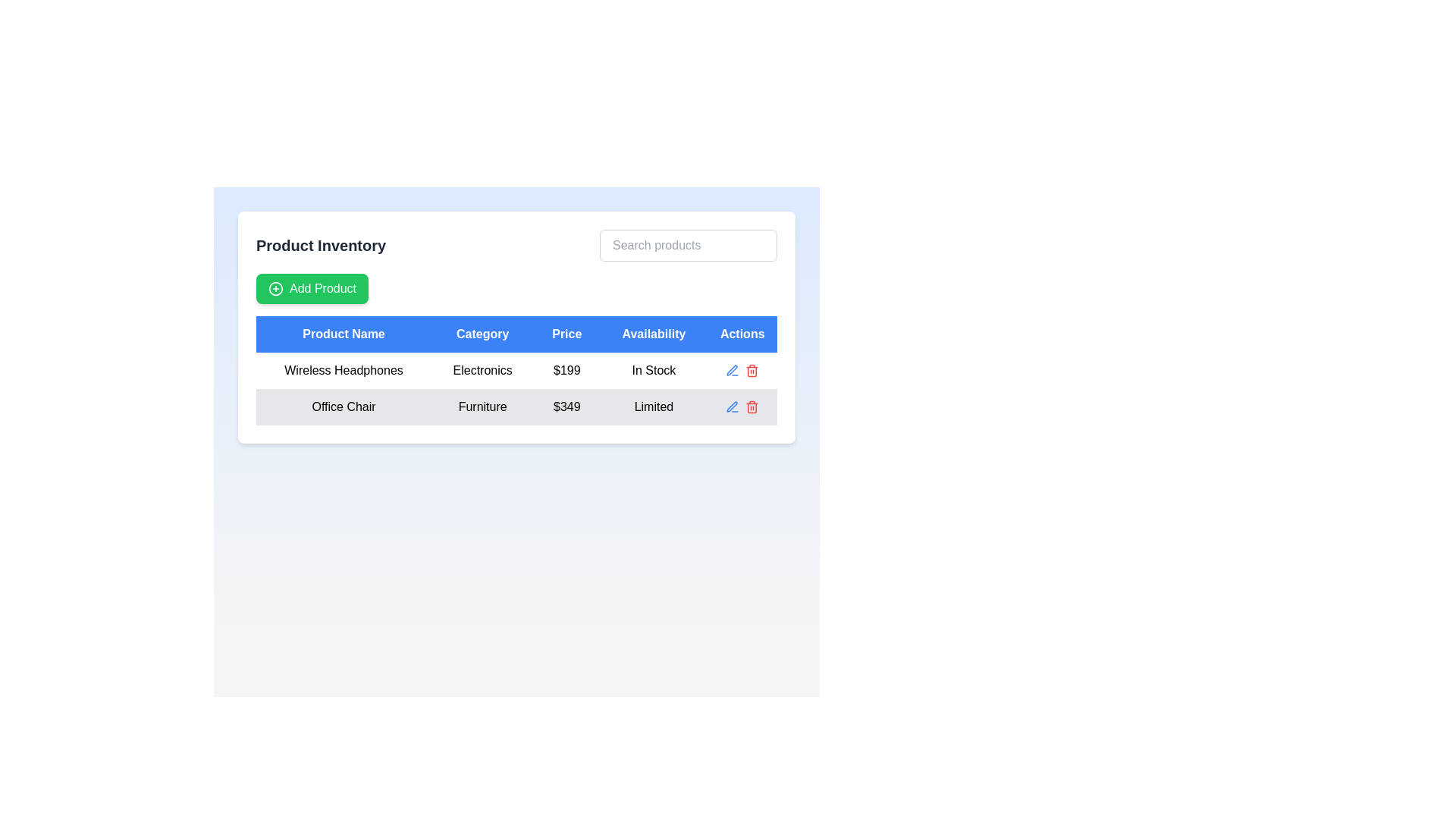  Describe the element at coordinates (654, 371) in the screenshot. I see `the text element that indicates the stock availability status of the product in the first row of the table, located under the 'Availability' column, directly following the price '$199'` at that location.